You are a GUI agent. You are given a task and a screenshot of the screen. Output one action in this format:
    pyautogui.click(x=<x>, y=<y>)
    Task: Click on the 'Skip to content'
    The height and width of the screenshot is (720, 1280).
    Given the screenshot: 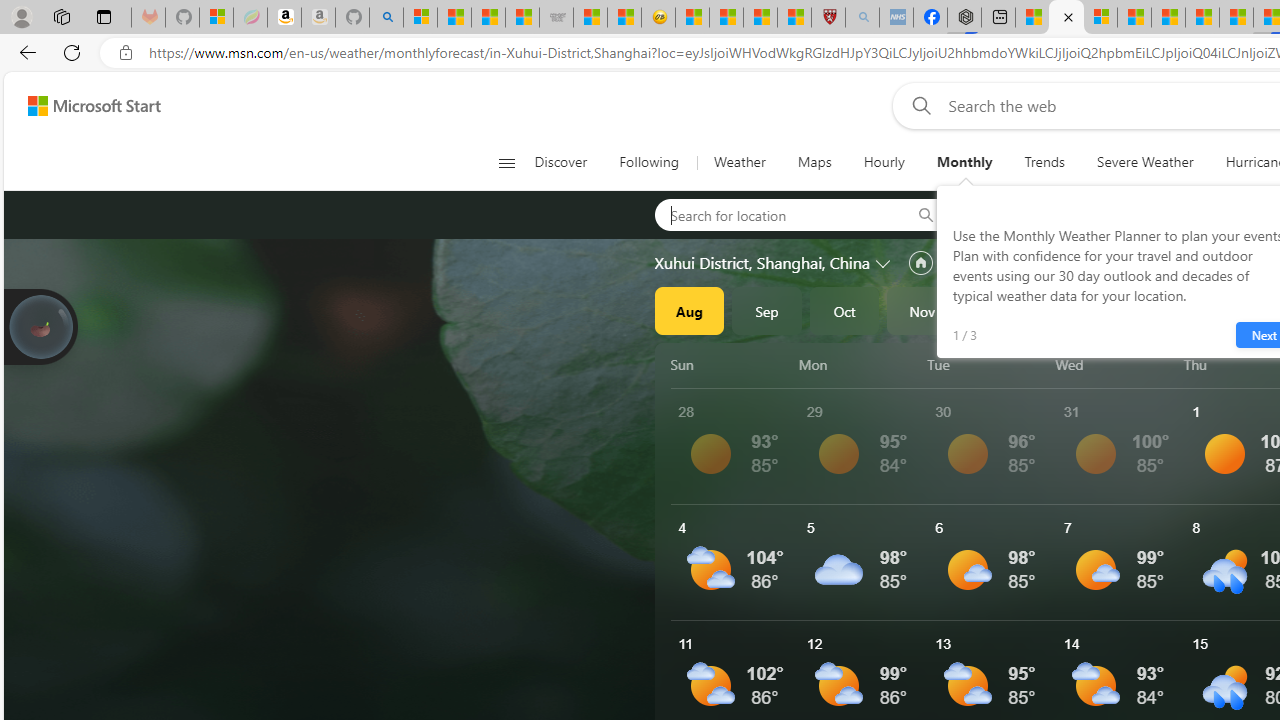 What is the action you would take?
    pyautogui.click(x=86, y=105)
    